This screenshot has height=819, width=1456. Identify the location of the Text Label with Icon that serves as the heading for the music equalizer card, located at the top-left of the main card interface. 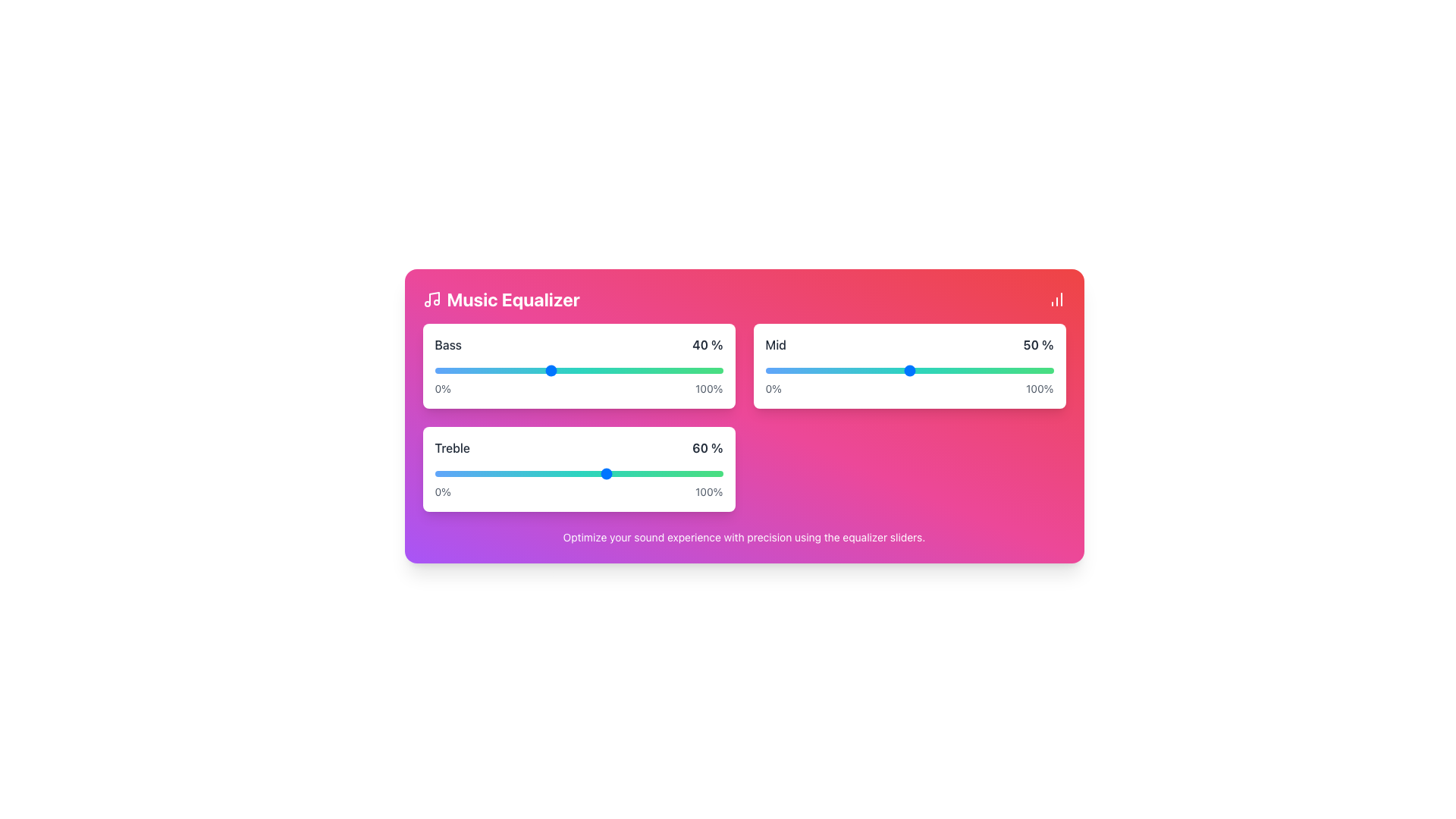
(501, 299).